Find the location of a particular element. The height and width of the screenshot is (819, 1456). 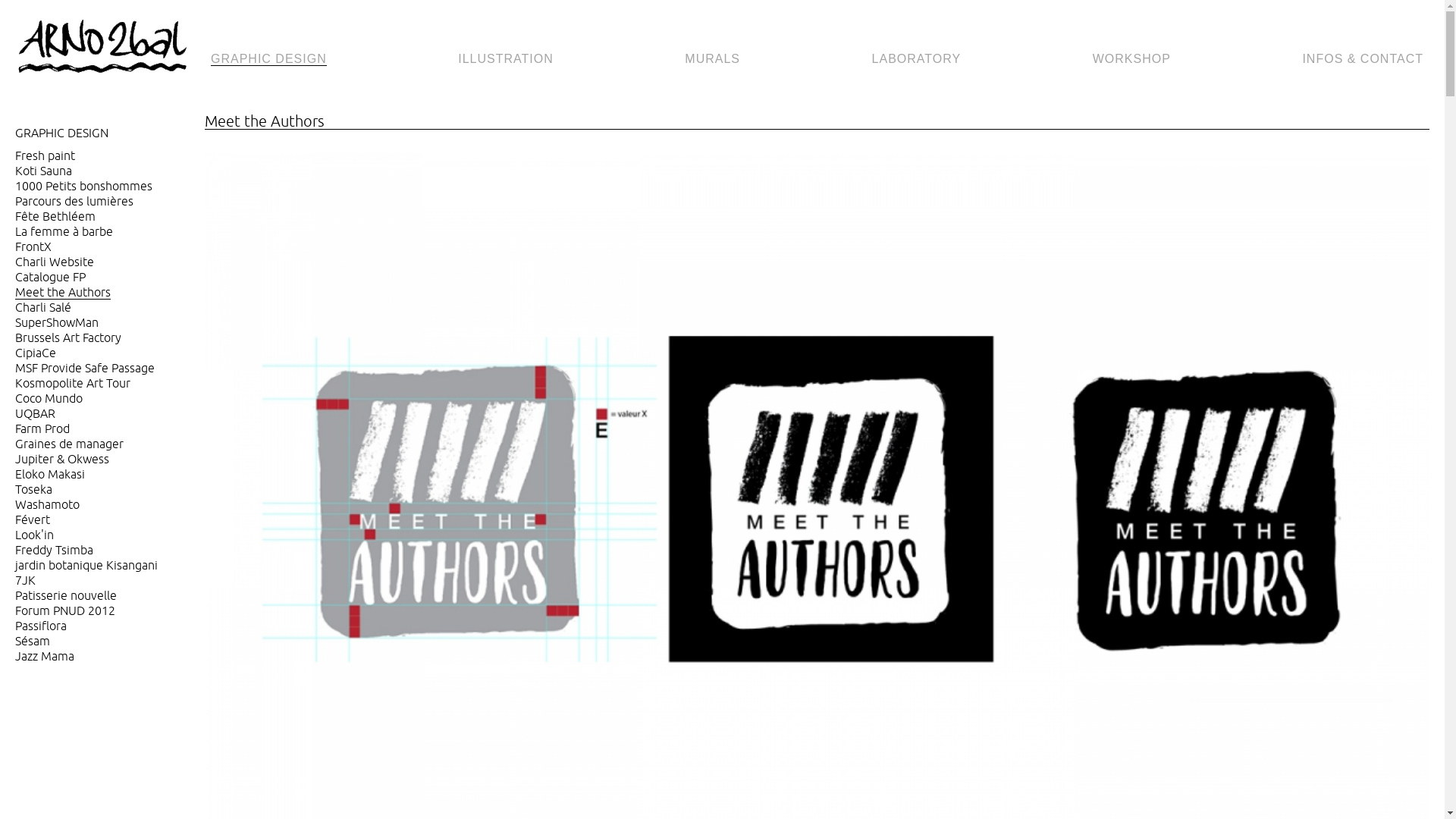

'Eloko Makasi' is located at coordinates (50, 473).